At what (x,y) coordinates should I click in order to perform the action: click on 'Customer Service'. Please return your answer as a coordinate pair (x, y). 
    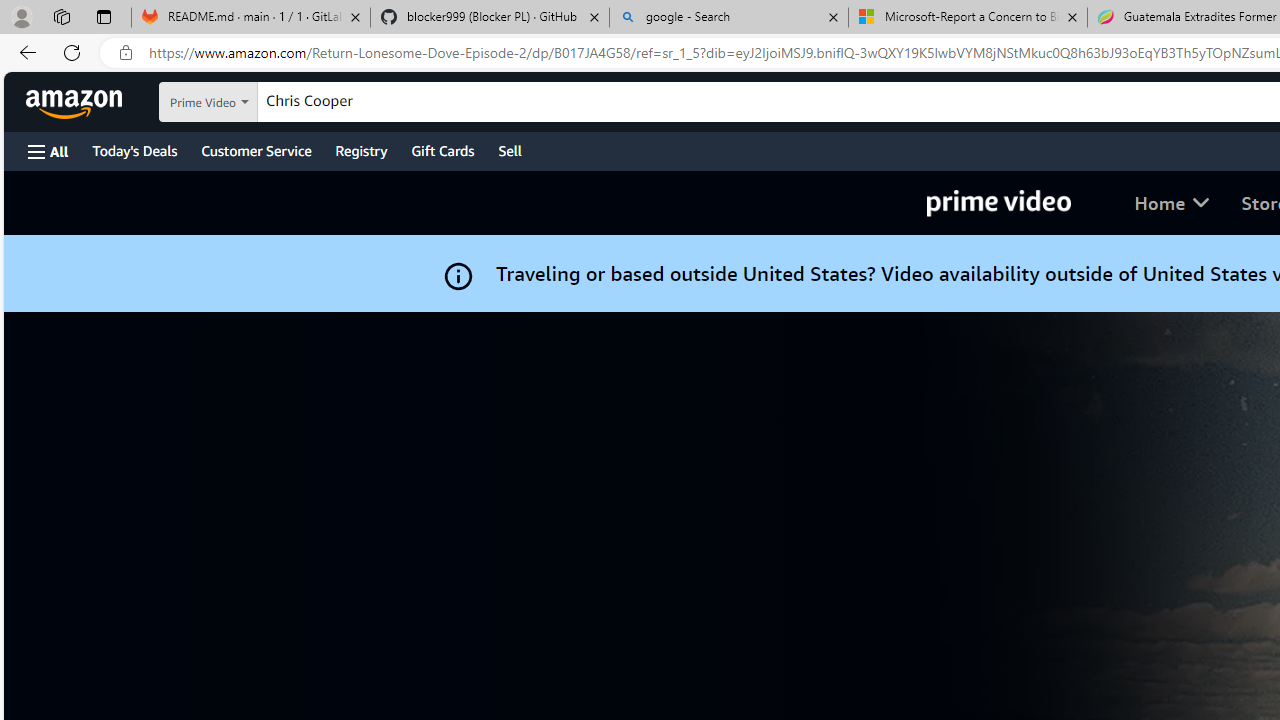
    Looking at the image, I should click on (255, 149).